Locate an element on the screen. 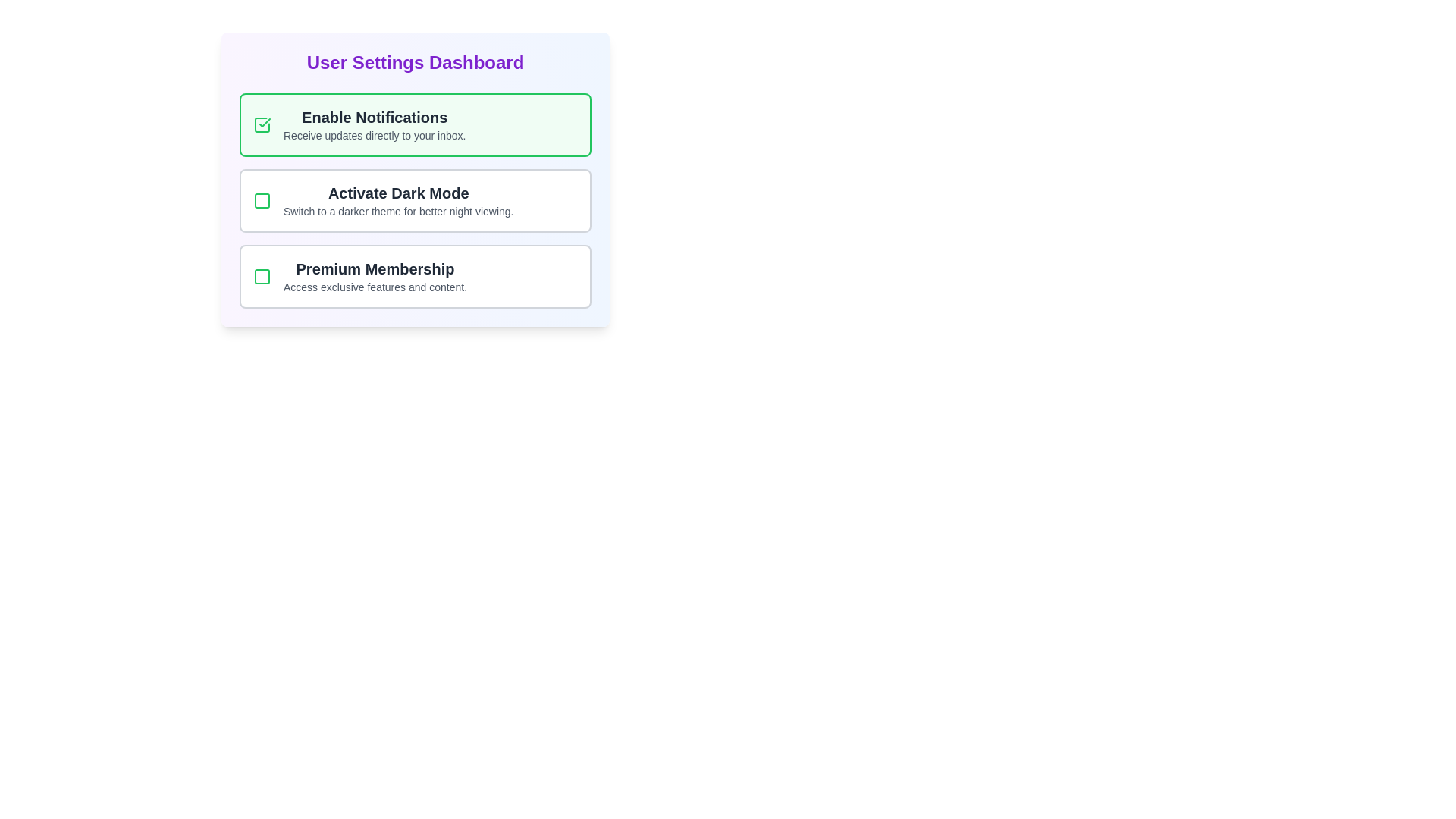 The height and width of the screenshot is (819, 1456). descriptive text of the selectable panel labeled 'Activate Dark Mode' which provides information about switching to a darker theme for better night viewing is located at coordinates (415, 200).